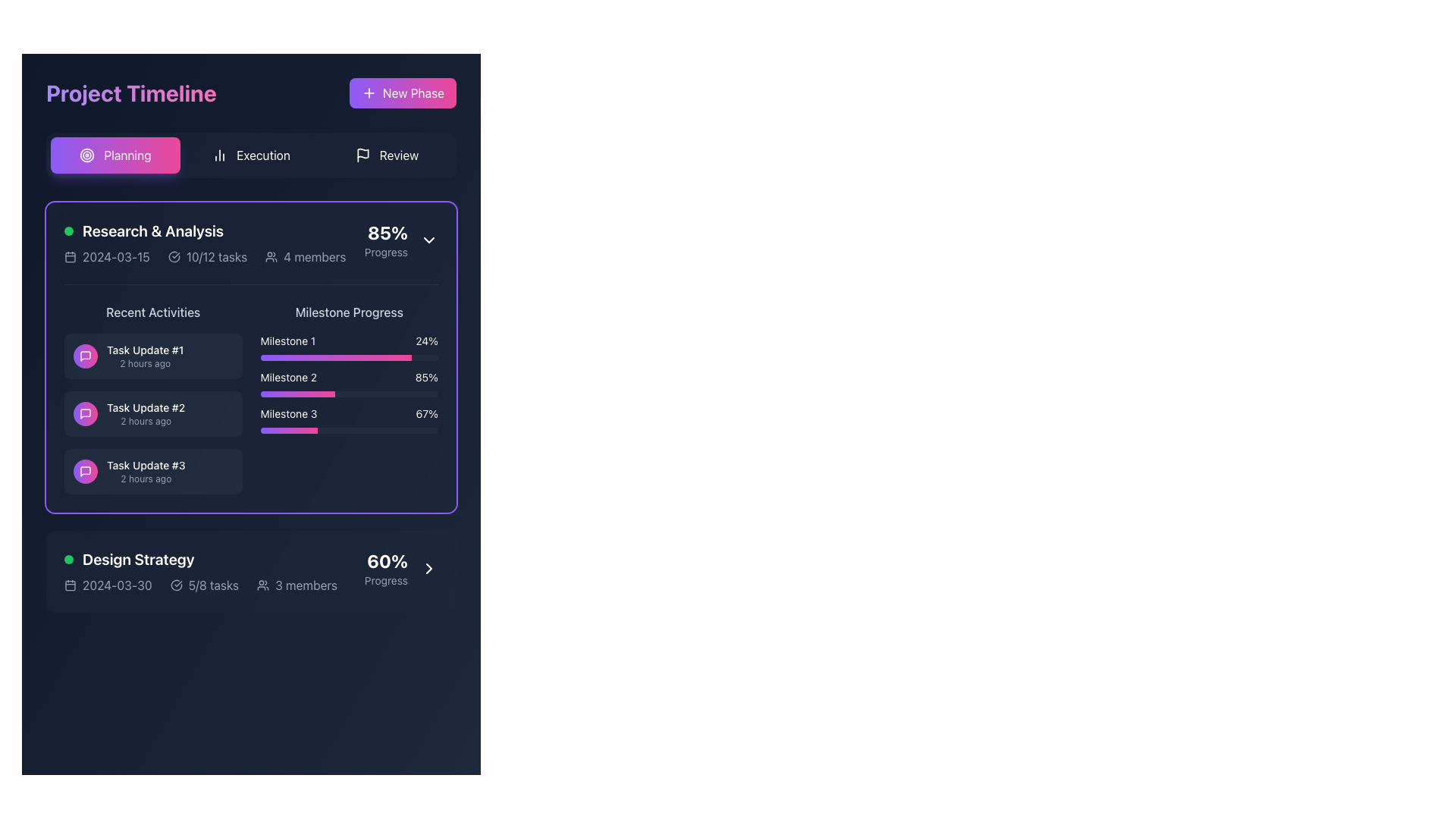 The height and width of the screenshot is (819, 1456). I want to click on the calendar icon located in the 'Design Strategy' section, positioned to the left of the date text '2024-03-30', so click(69, 584).